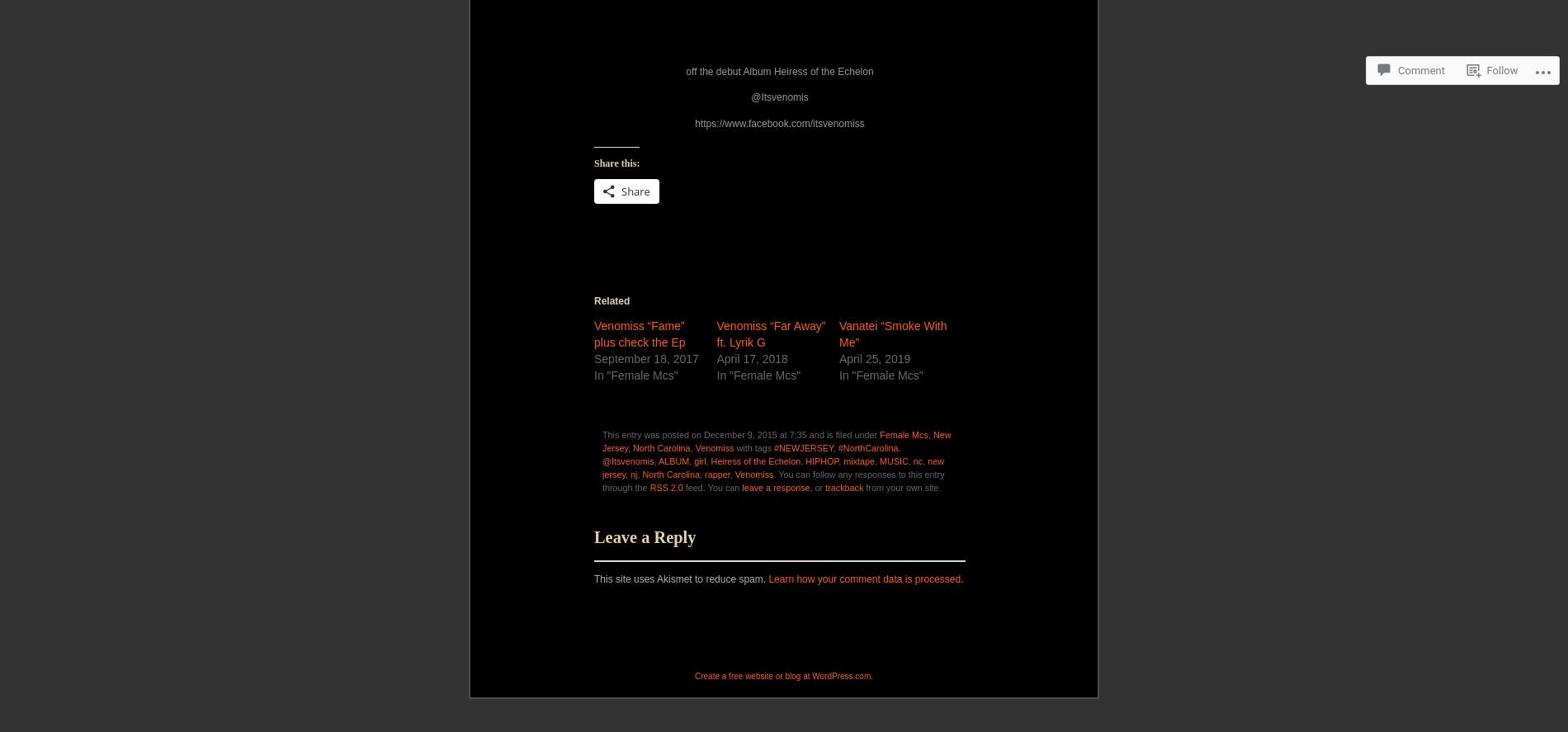  Describe the element at coordinates (918, 460) in the screenshot. I see `'nc'` at that location.